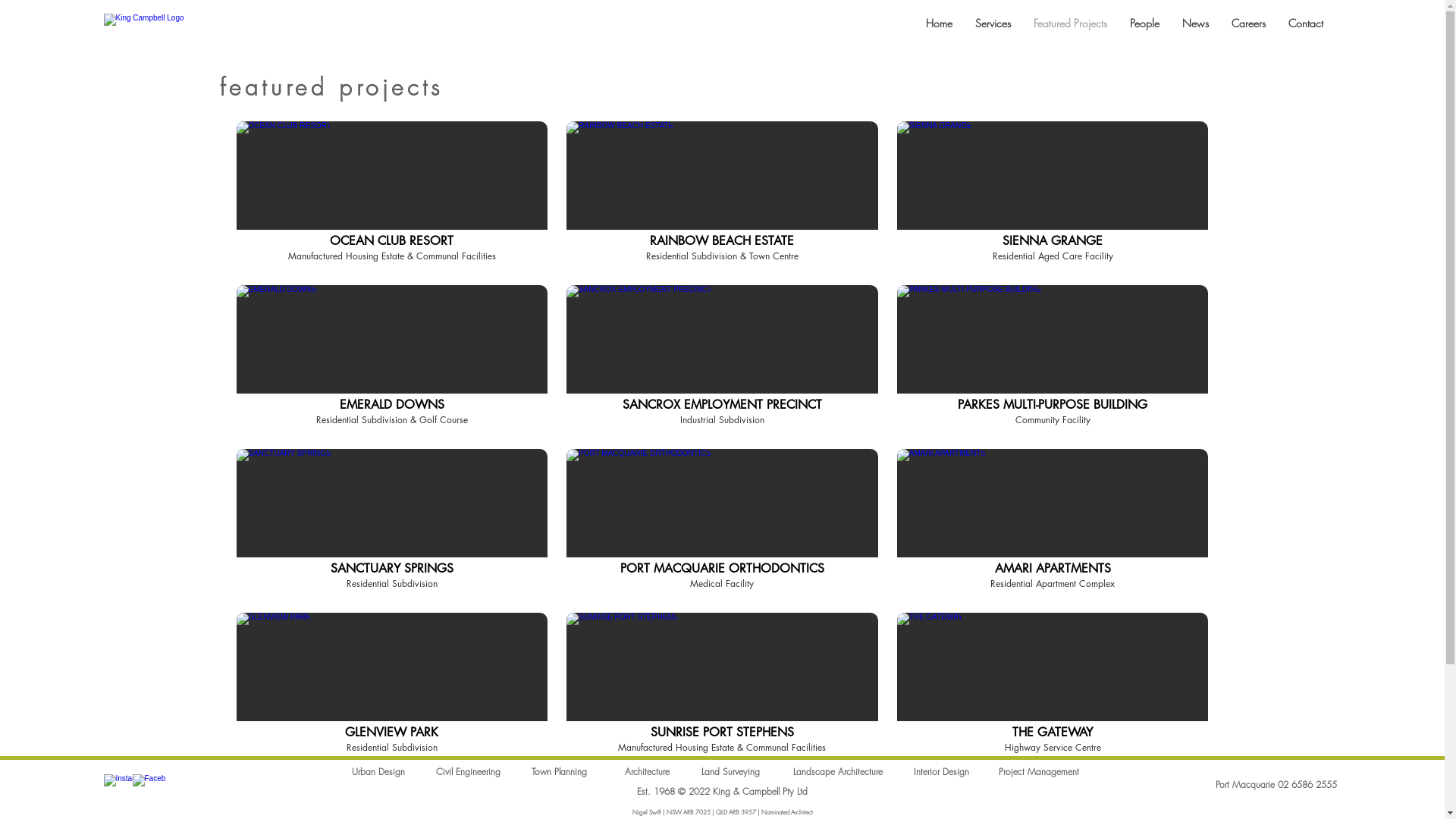  I want to click on 'Landscape Architecture', so click(836, 771).